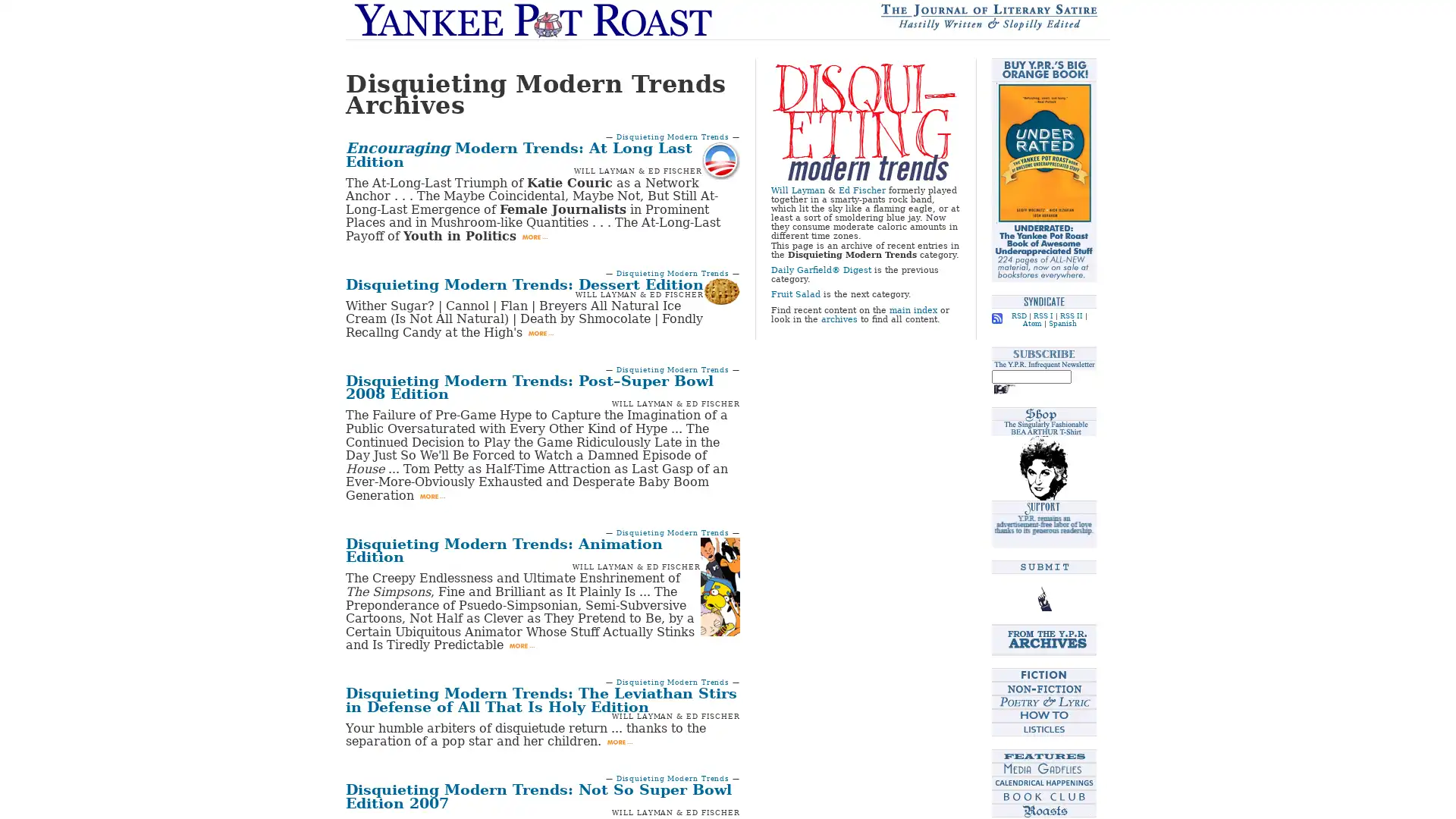 This screenshot has height=819, width=1456. Describe the element at coordinates (1004, 388) in the screenshot. I see `Onward!` at that location.